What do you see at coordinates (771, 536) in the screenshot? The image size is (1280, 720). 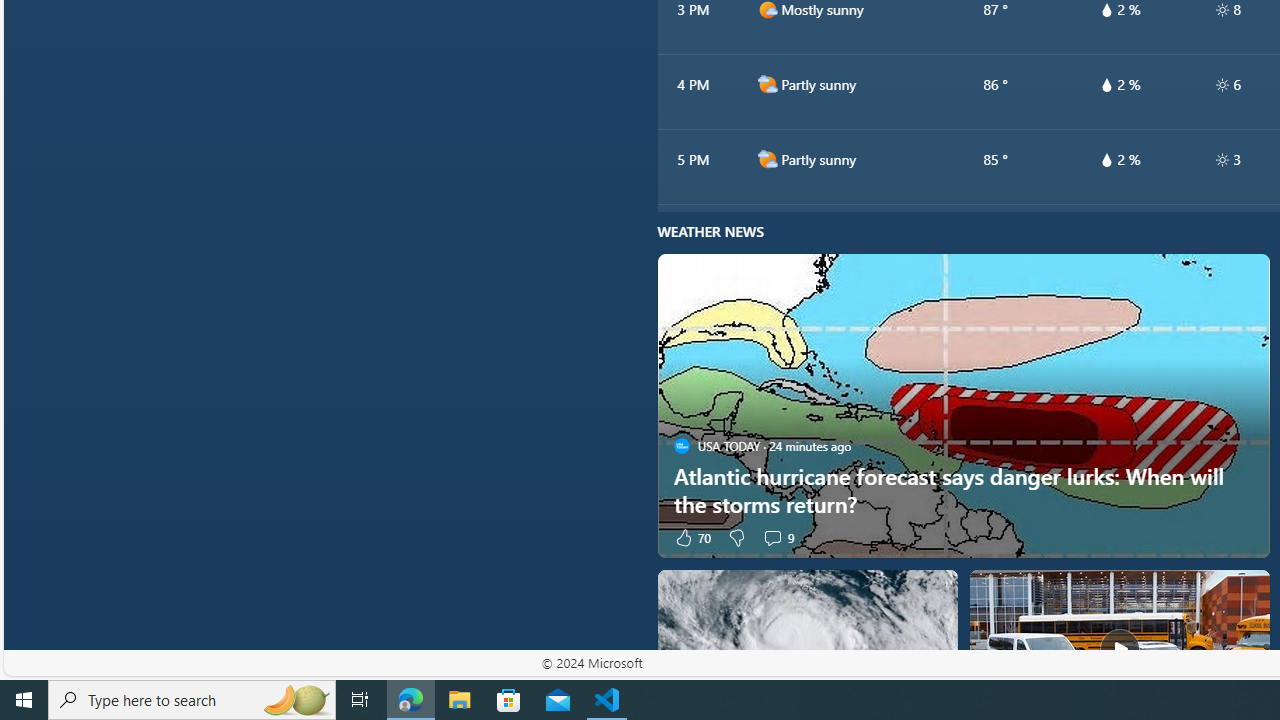 I see `'View comments 9 Comment'` at bounding box center [771, 536].